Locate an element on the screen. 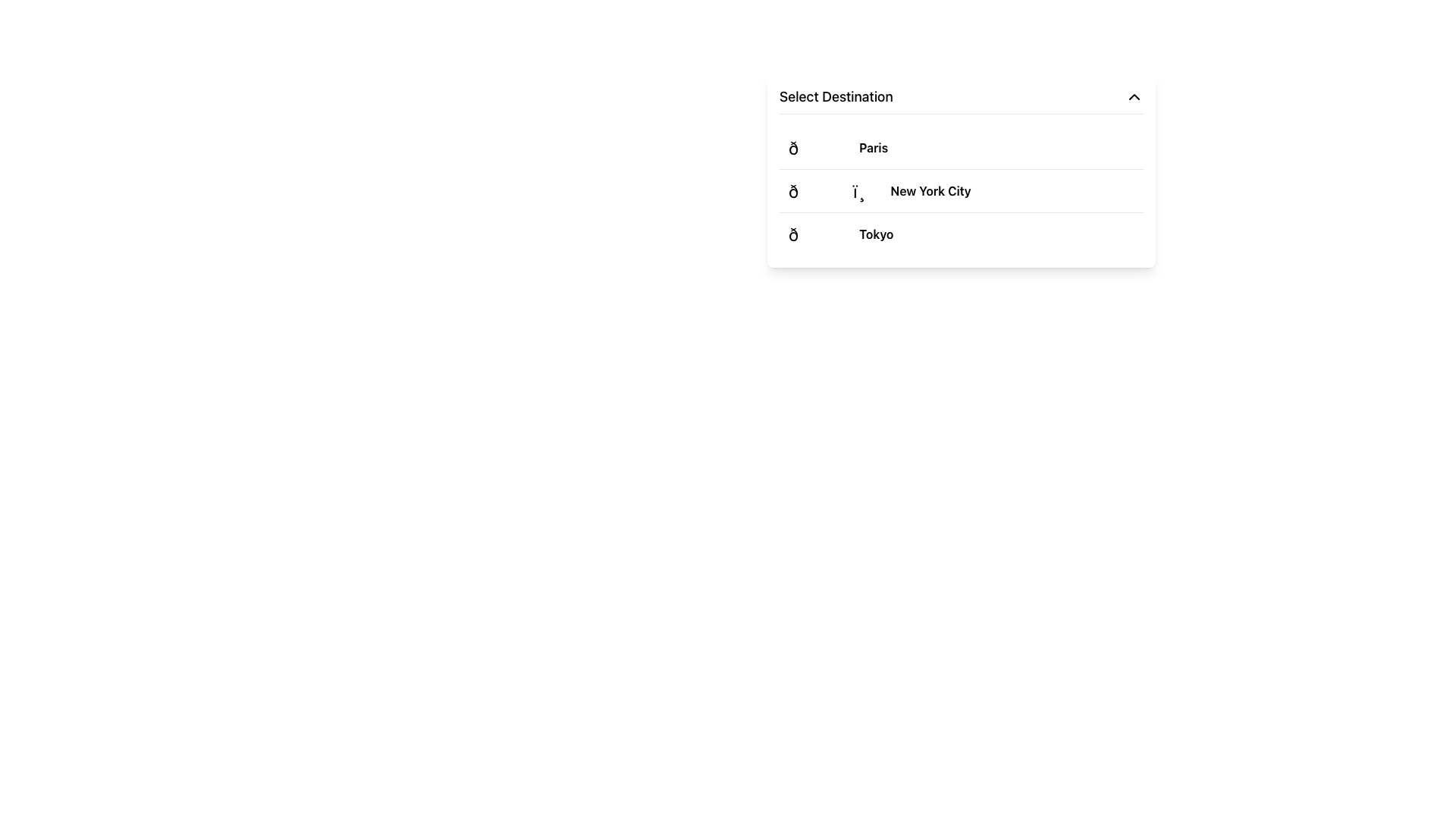 Image resolution: width=1456 pixels, height=819 pixels. the toggle button located at the far right of the 'Select Destination' row is located at coordinates (1134, 96).